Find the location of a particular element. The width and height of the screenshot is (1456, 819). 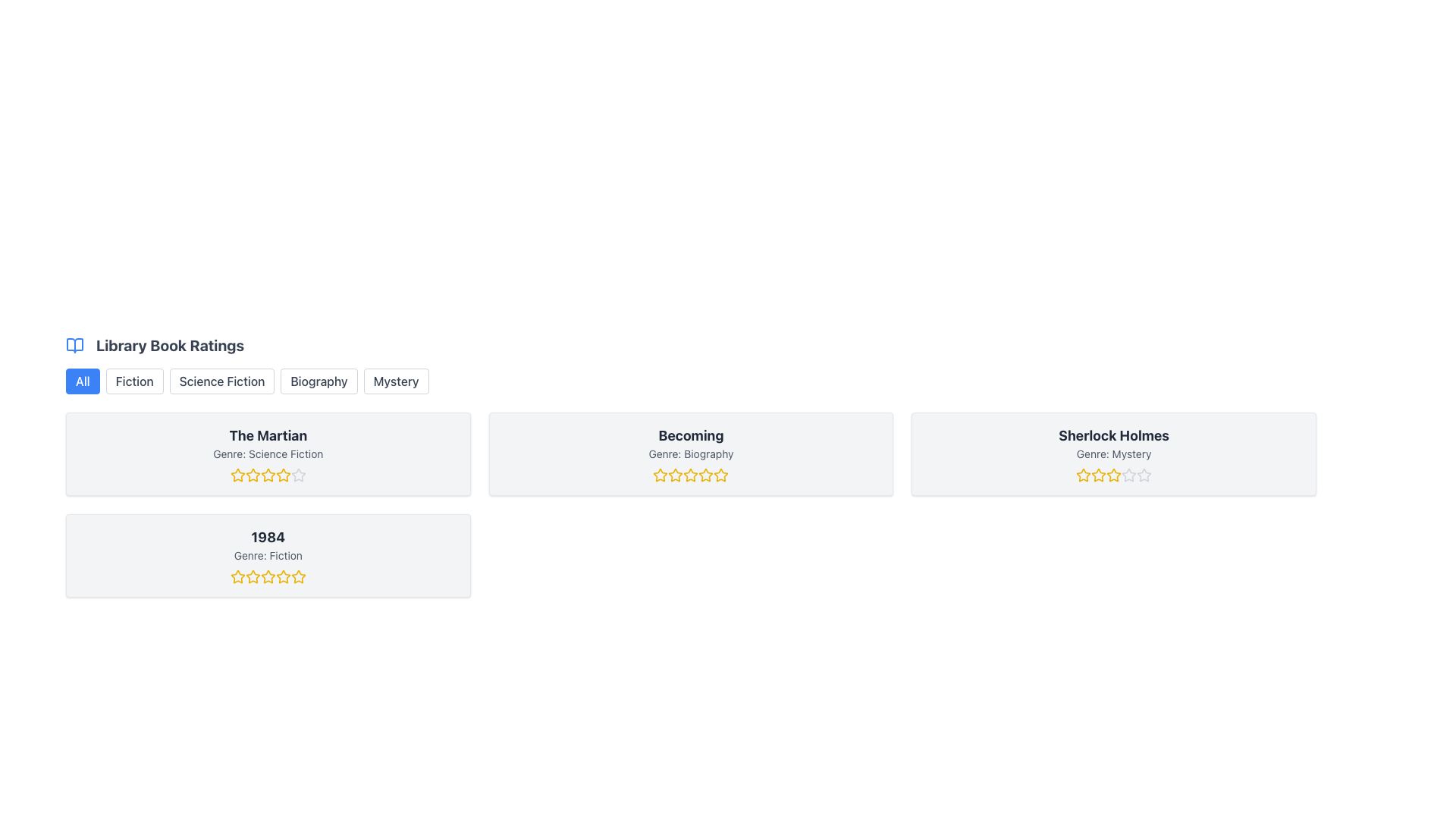

the third star in the rating row for the book '1984' is located at coordinates (253, 576).